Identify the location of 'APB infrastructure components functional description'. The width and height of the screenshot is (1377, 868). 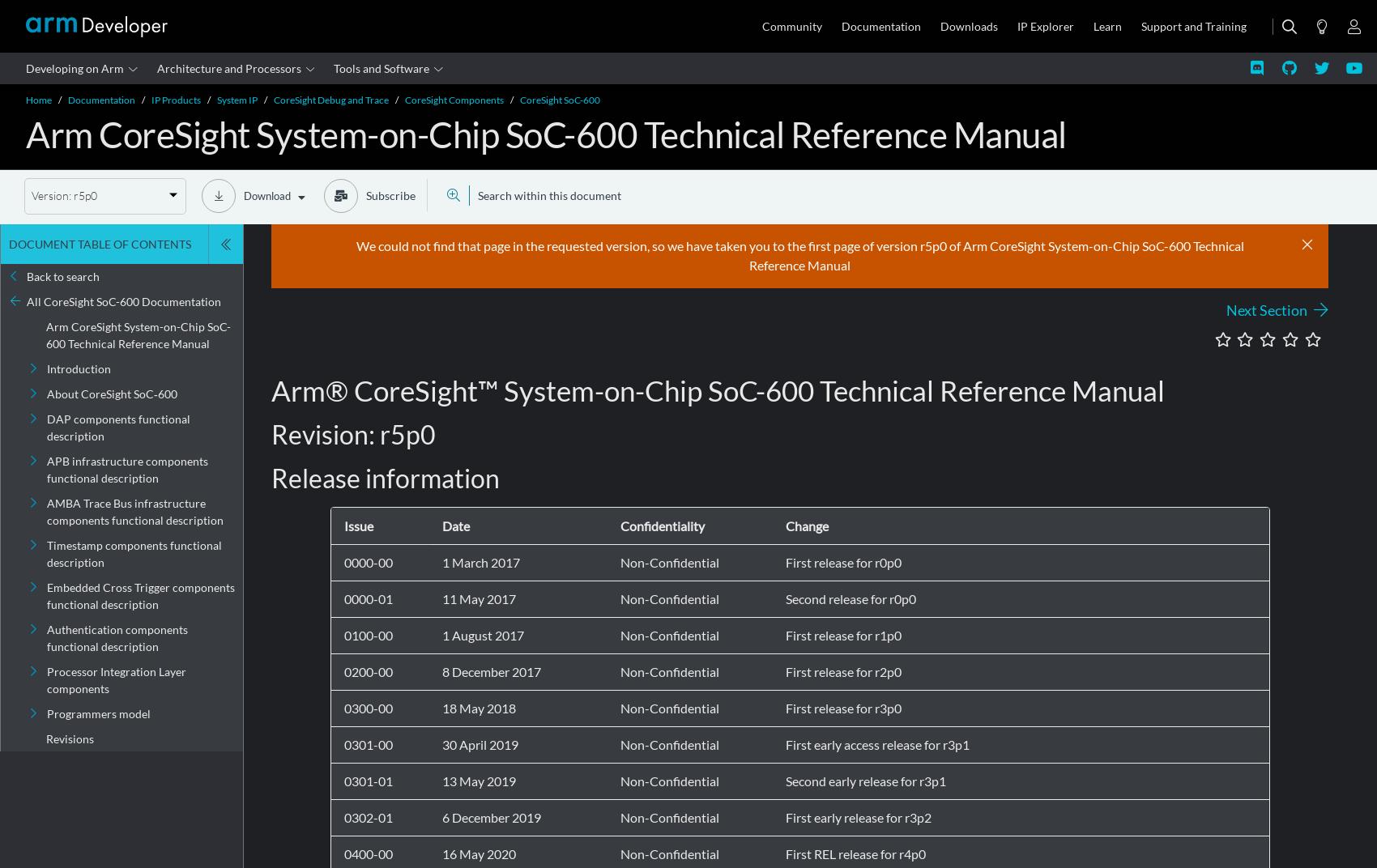
(126, 468).